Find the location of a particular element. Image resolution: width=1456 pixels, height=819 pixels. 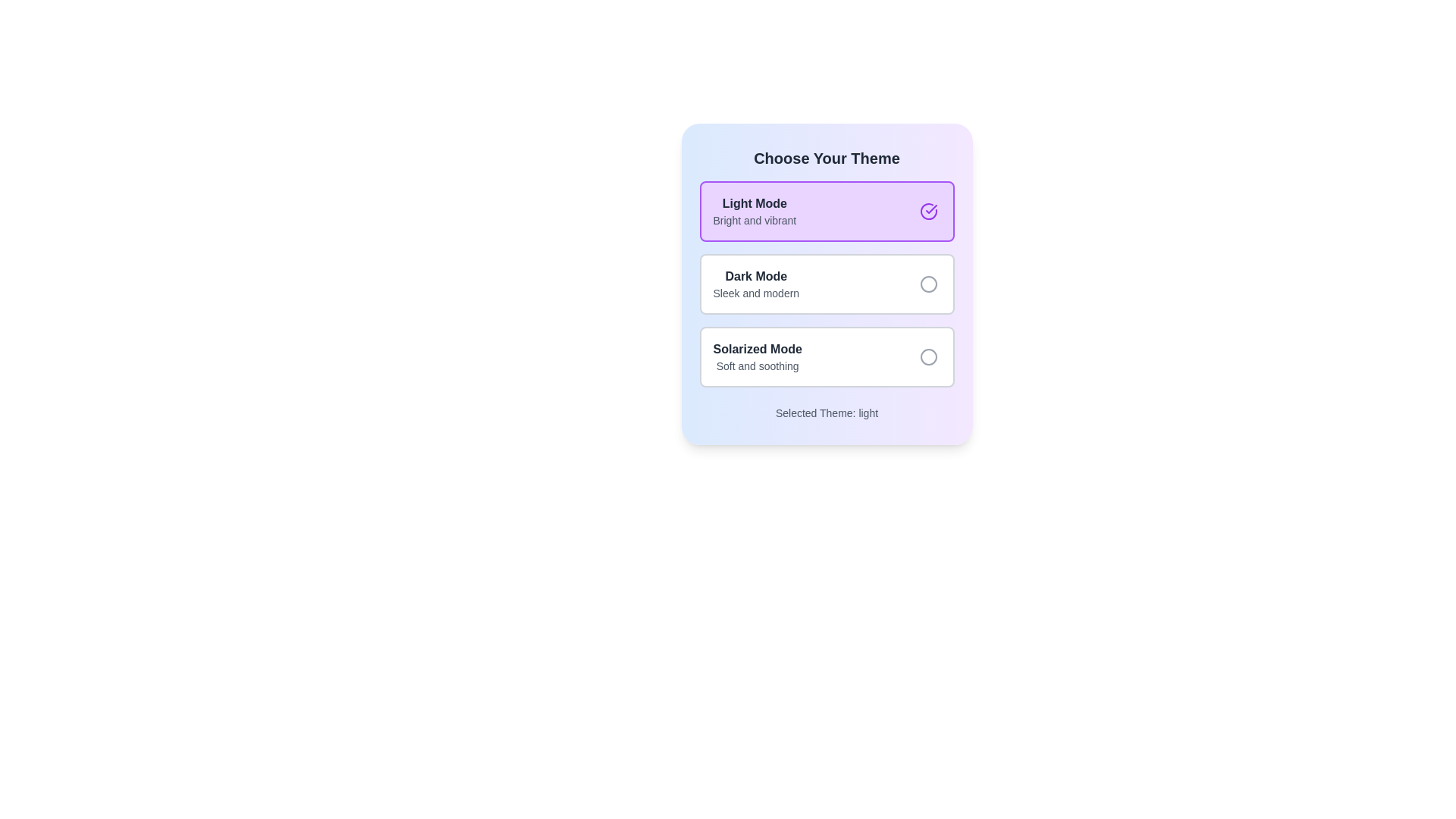

the unfilled circular radio button styled with a gray border is located at coordinates (927, 284).